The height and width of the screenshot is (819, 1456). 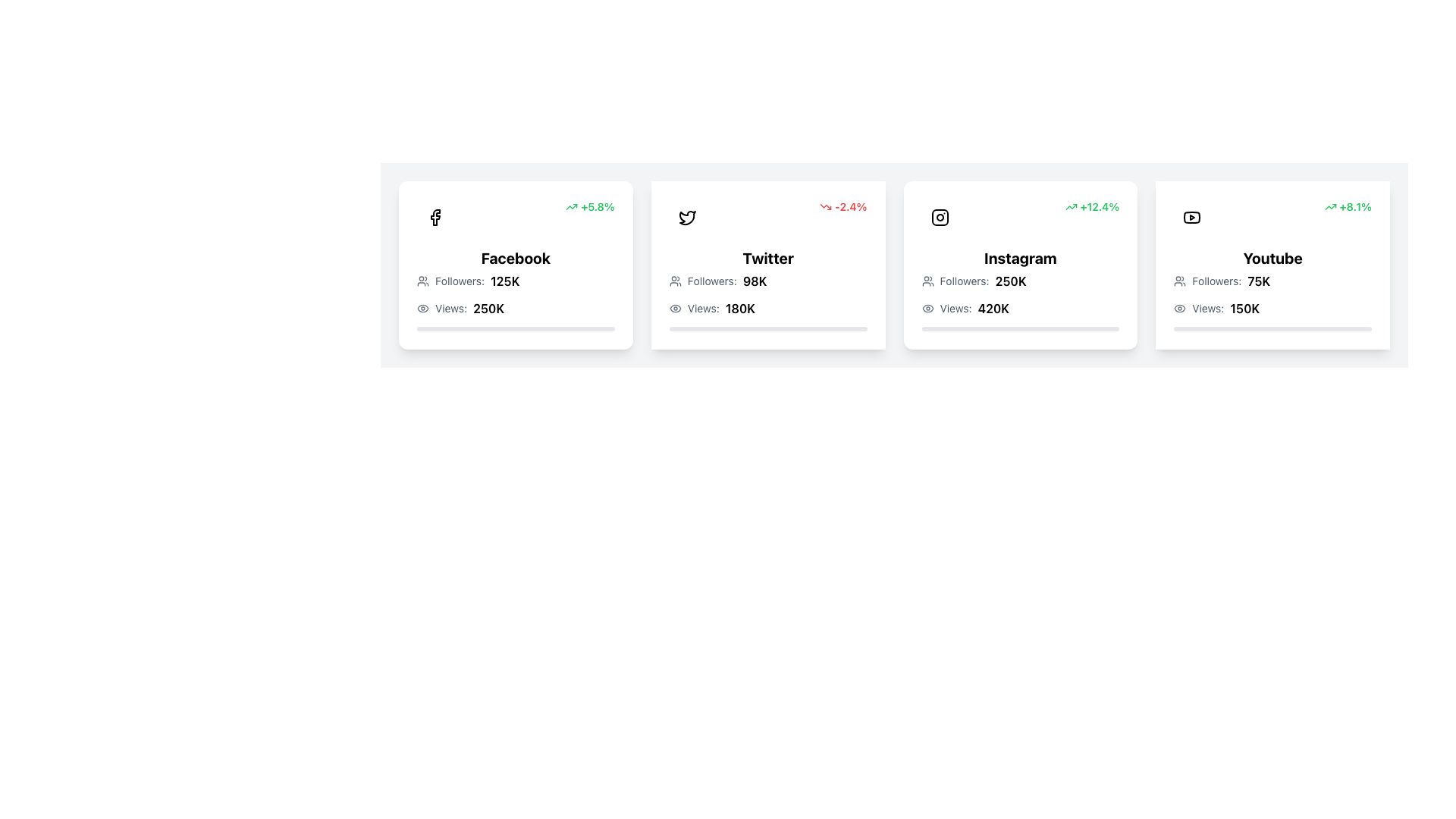 What do you see at coordinates (686, 217) in the screenshot?
I see `the Twitter Icon, which is a black outlined vector graphic of a bird in flight located at the top-left corner of its card` at bounding box center [686, 217].